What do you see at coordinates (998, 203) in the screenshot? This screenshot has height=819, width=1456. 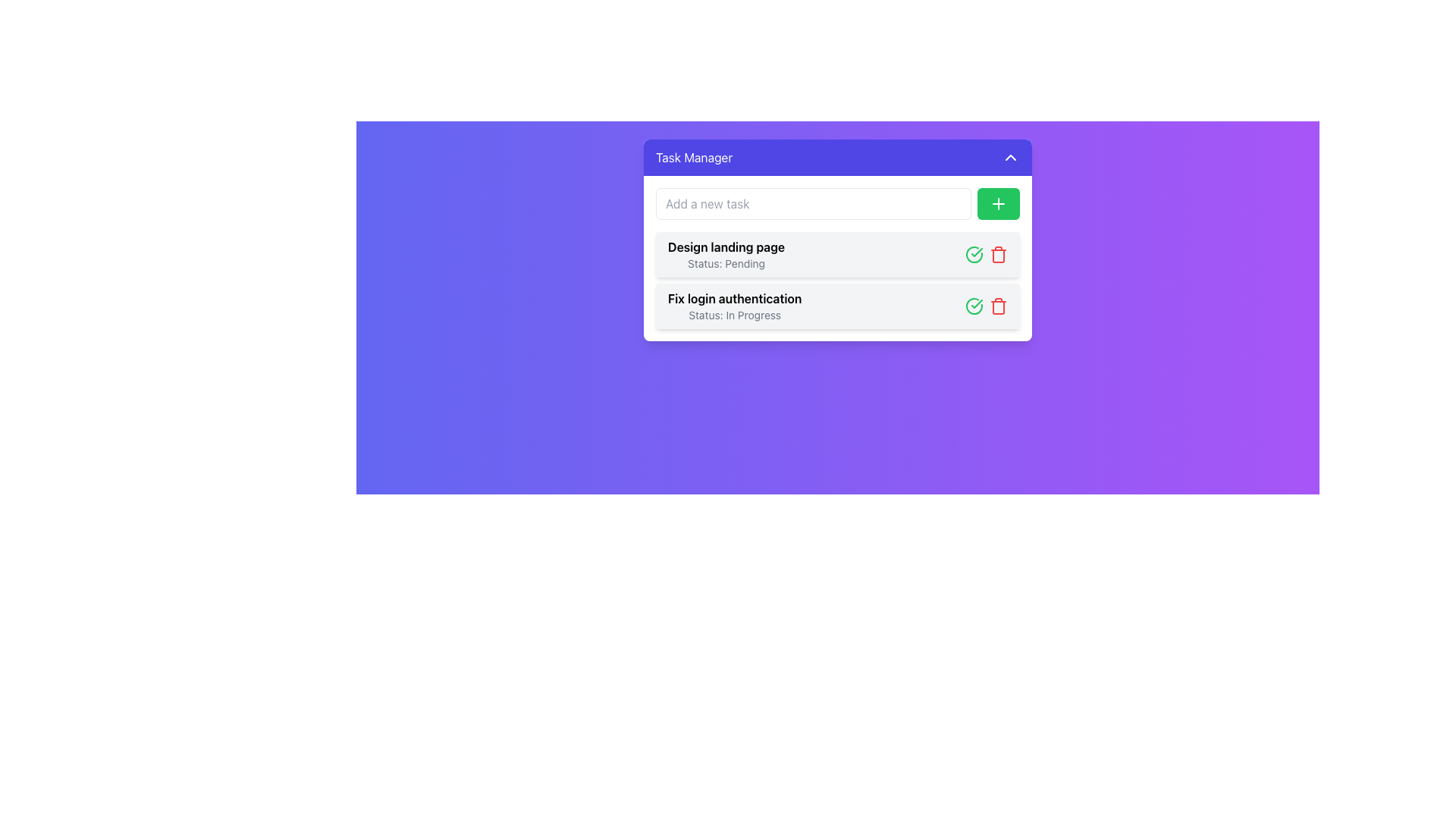 I see `the green button with a white plus icon located at the far-right end of the row below the 'Task Manager' title` at bounding box center [998, 203].